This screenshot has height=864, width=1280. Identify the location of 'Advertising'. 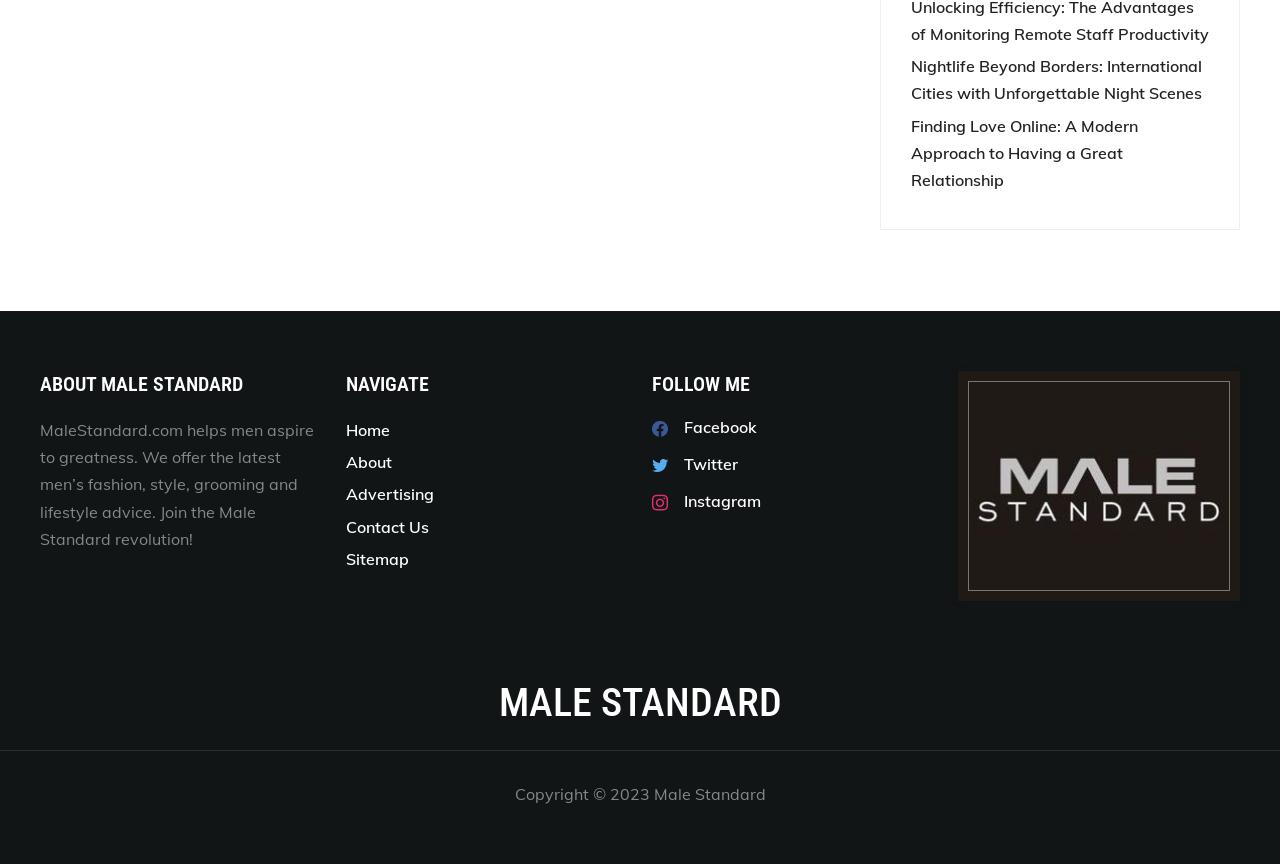
(390, 494).